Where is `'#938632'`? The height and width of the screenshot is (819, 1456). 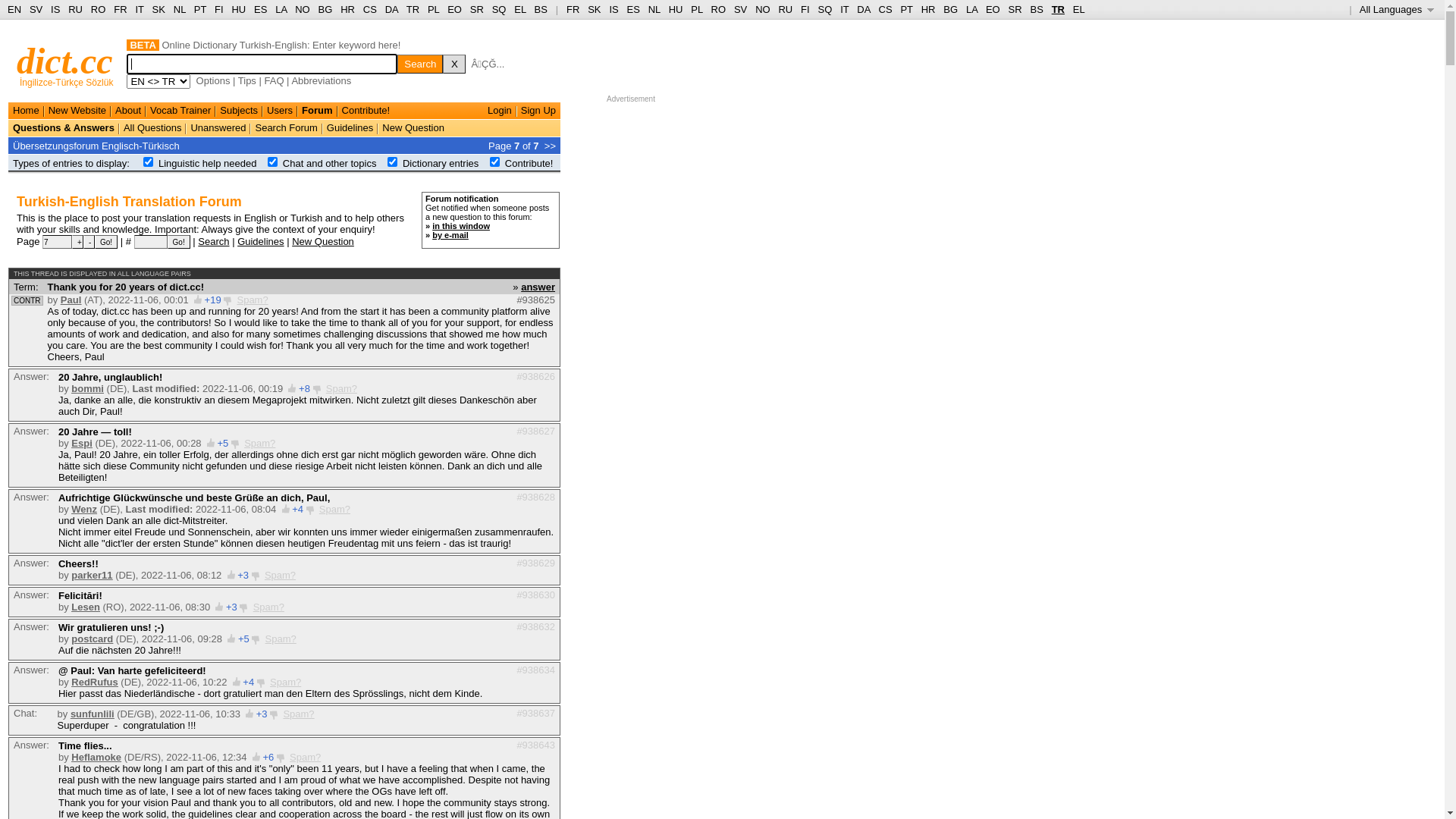 '#938632' is located at coordinates (535, 626).